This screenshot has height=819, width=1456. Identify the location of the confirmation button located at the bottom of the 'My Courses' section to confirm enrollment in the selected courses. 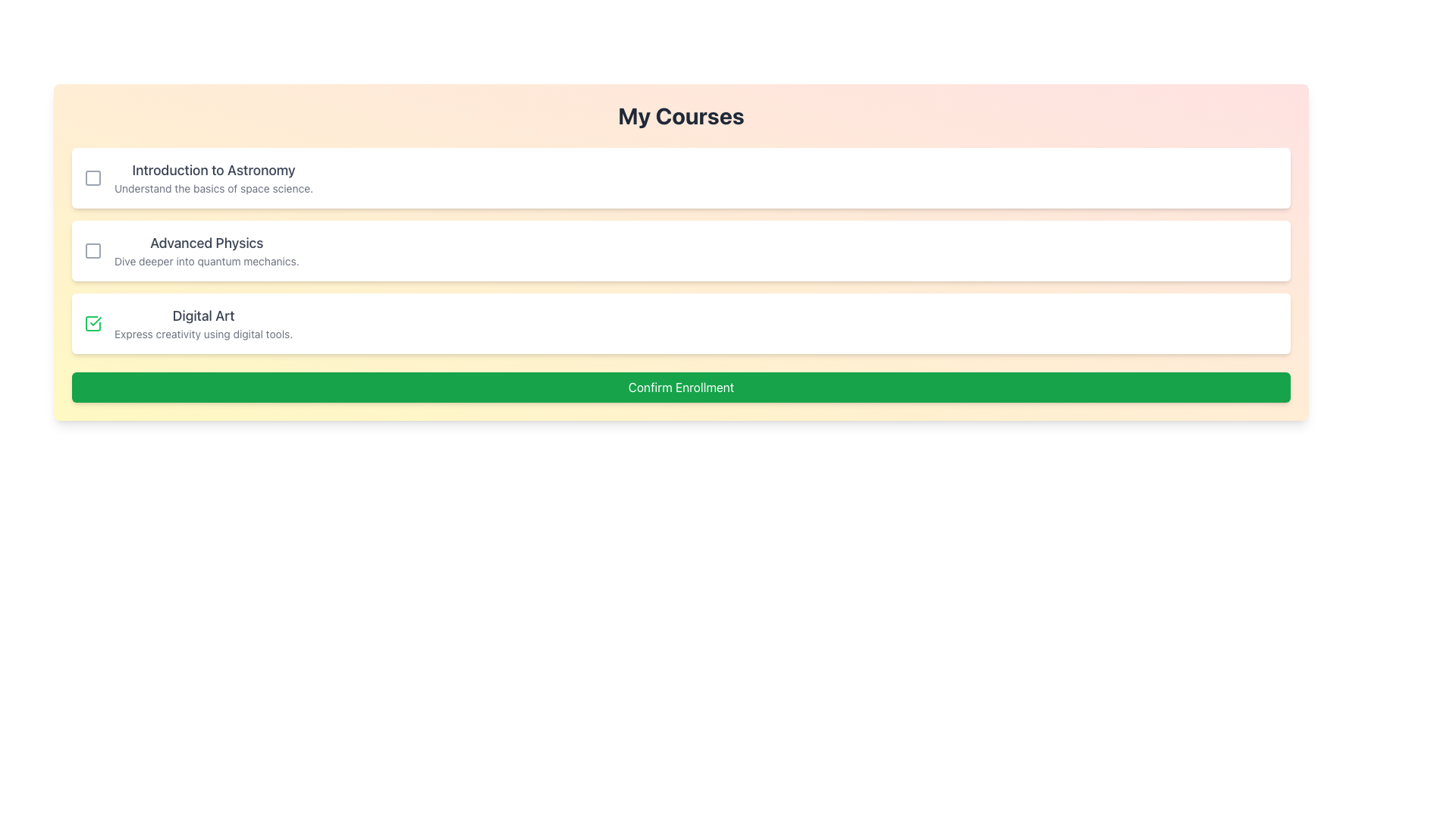
(680, 386).